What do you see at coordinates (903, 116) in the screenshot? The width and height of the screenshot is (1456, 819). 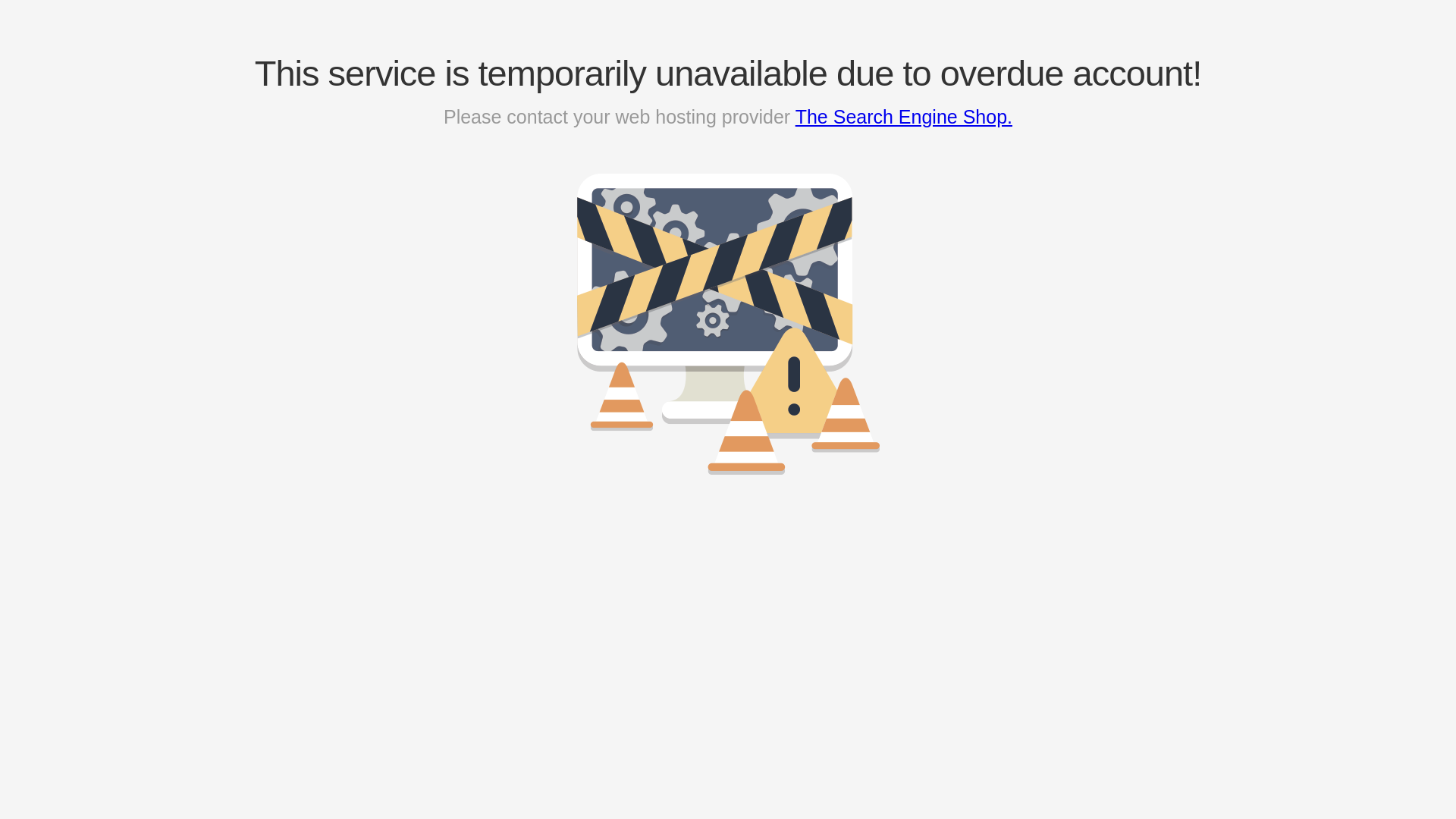 I see `'The Search Engine Shop.'` at bounding box center [903, 116].